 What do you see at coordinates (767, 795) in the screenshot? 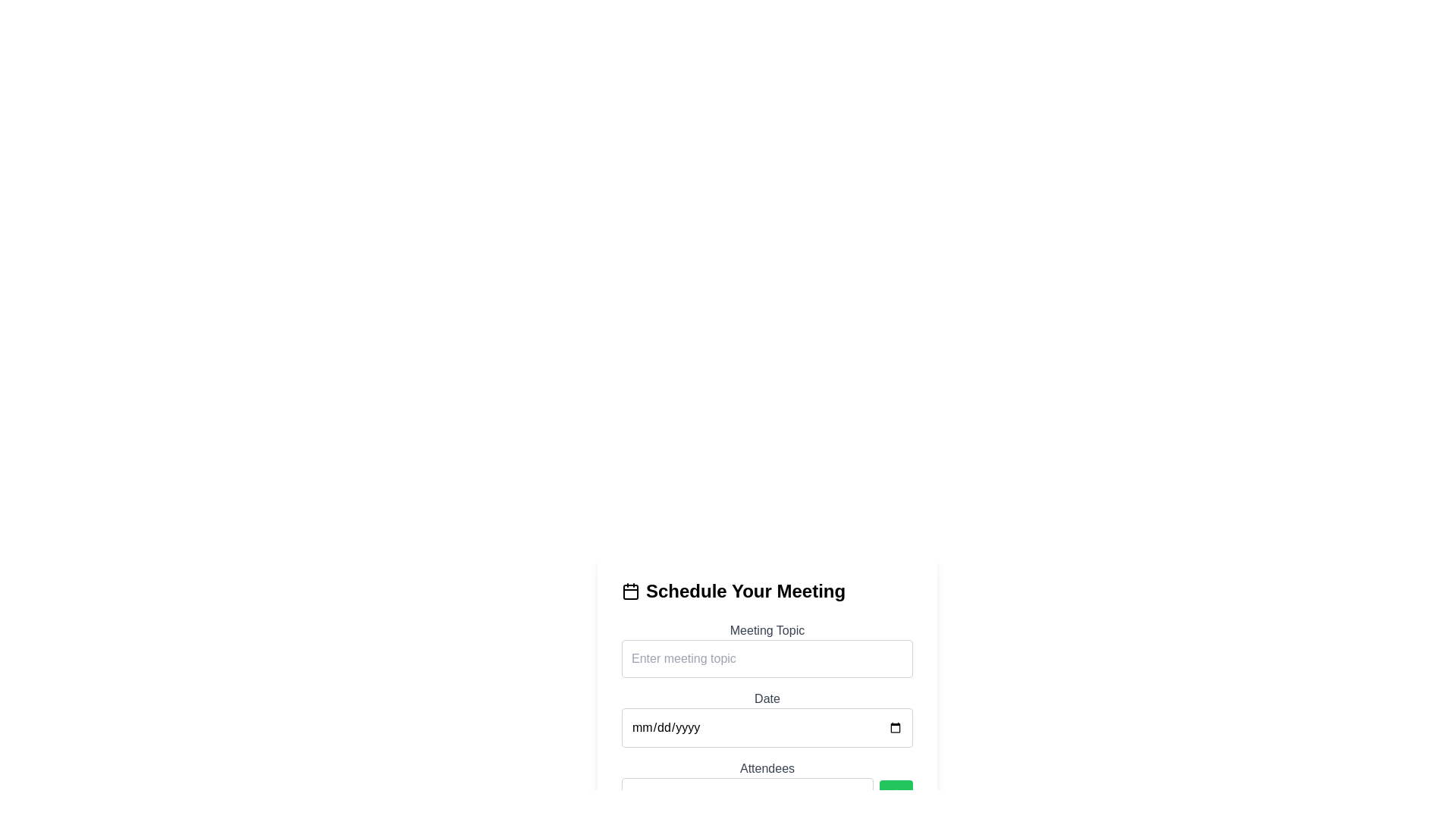
I see `the button in the compound component for adding attendees' email addresses, located to the right of the input field below the 'Attendees' subheading` at bounding box center [767, 795].